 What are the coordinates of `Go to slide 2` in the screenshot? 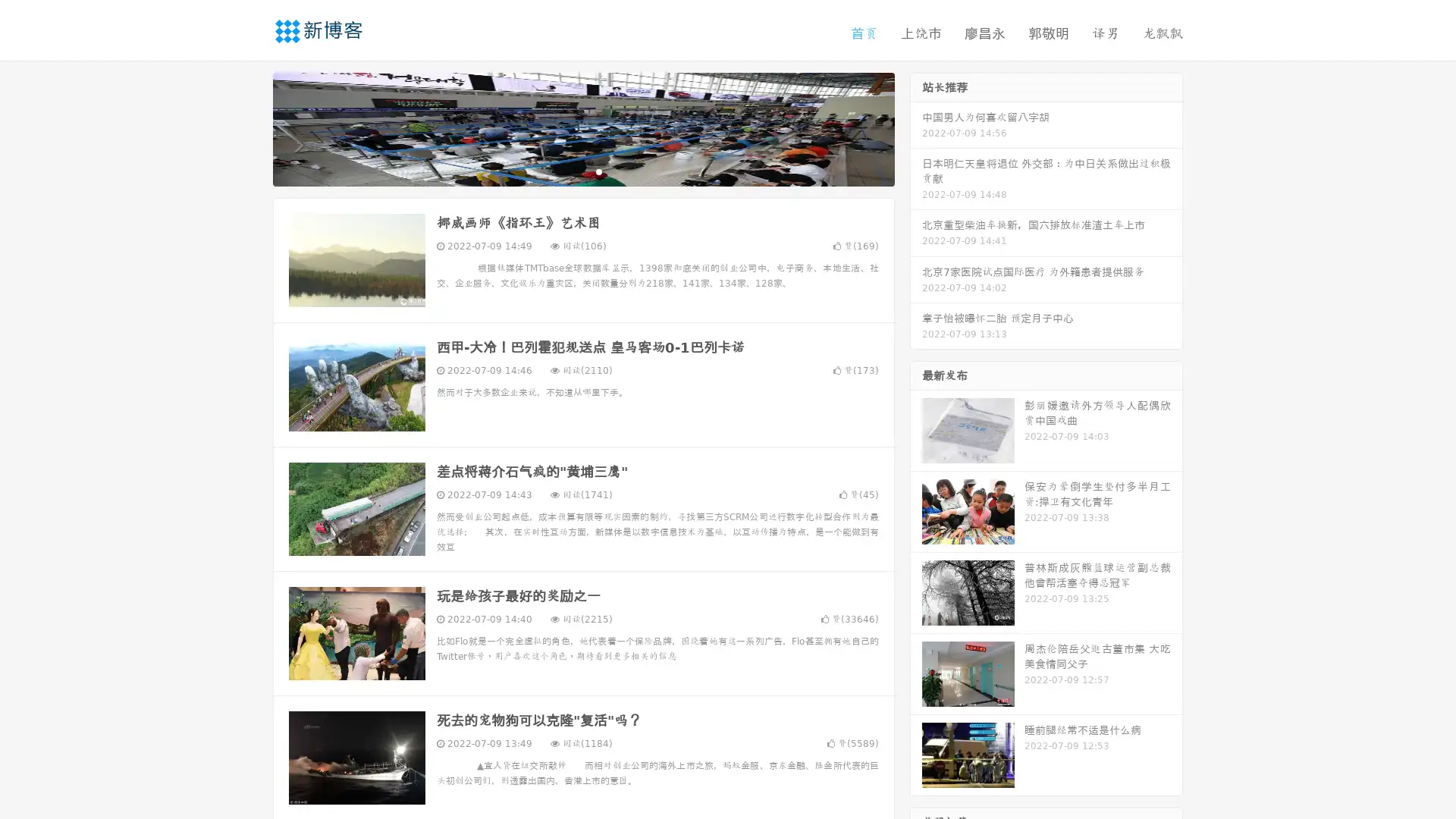 It's located at (582, 171).